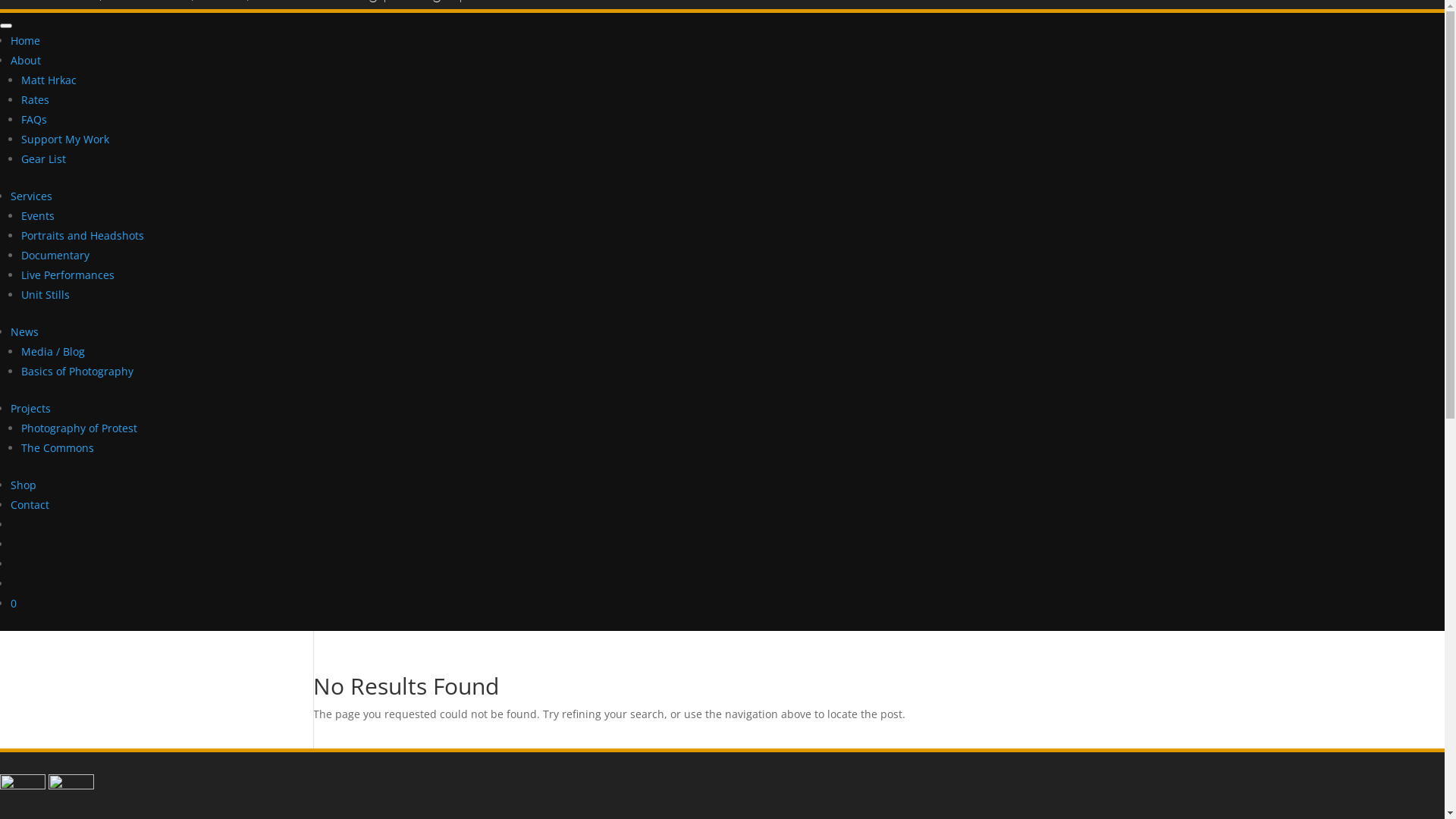  What do you see at coordinates (35, 99) in the screenshot?
I see `'Rates'` at bounding box center [35, 99].